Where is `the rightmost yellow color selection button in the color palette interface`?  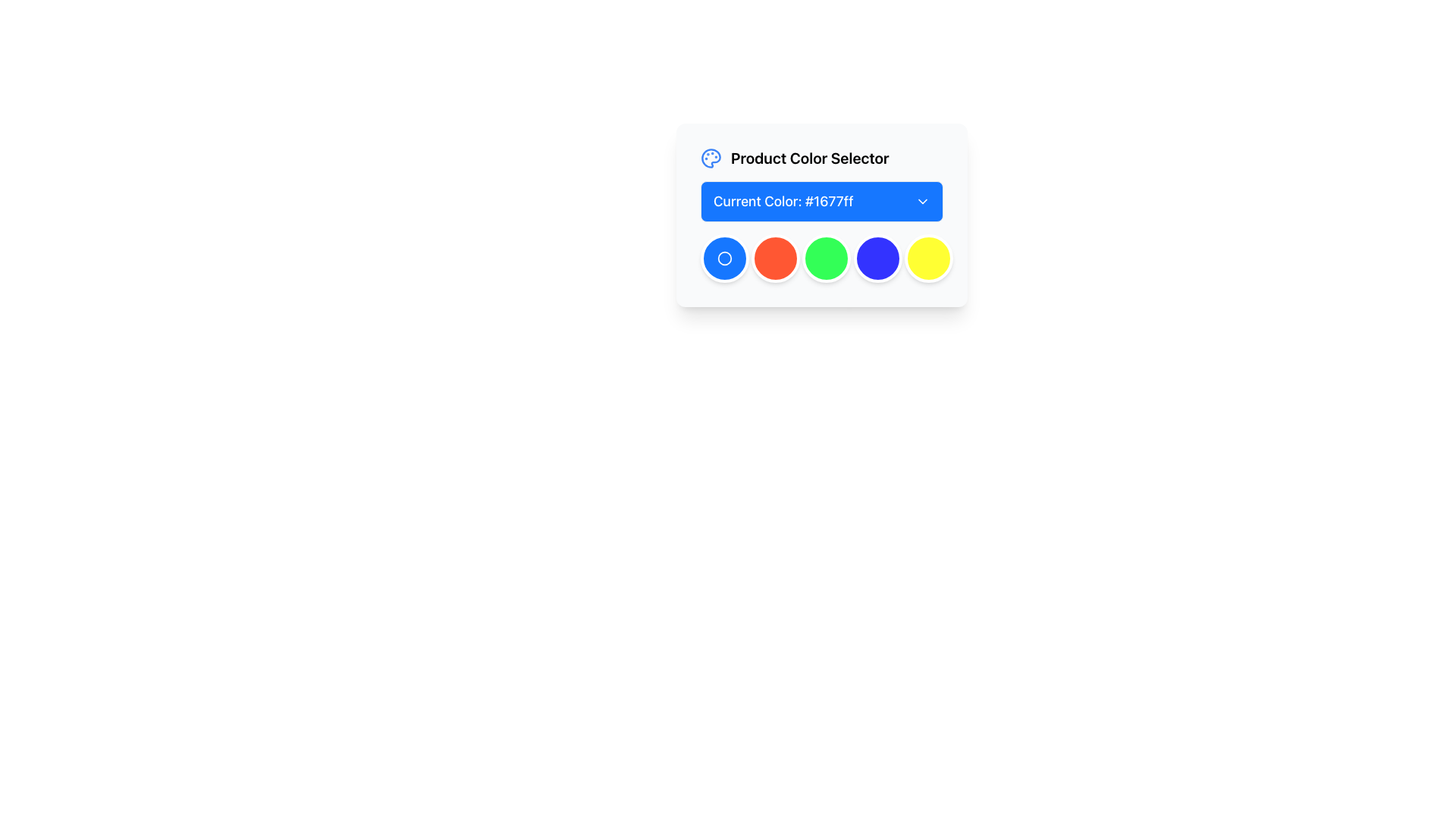
the rightmost yellow color selection button in the color palette interface is located at coordinates (927, 257).